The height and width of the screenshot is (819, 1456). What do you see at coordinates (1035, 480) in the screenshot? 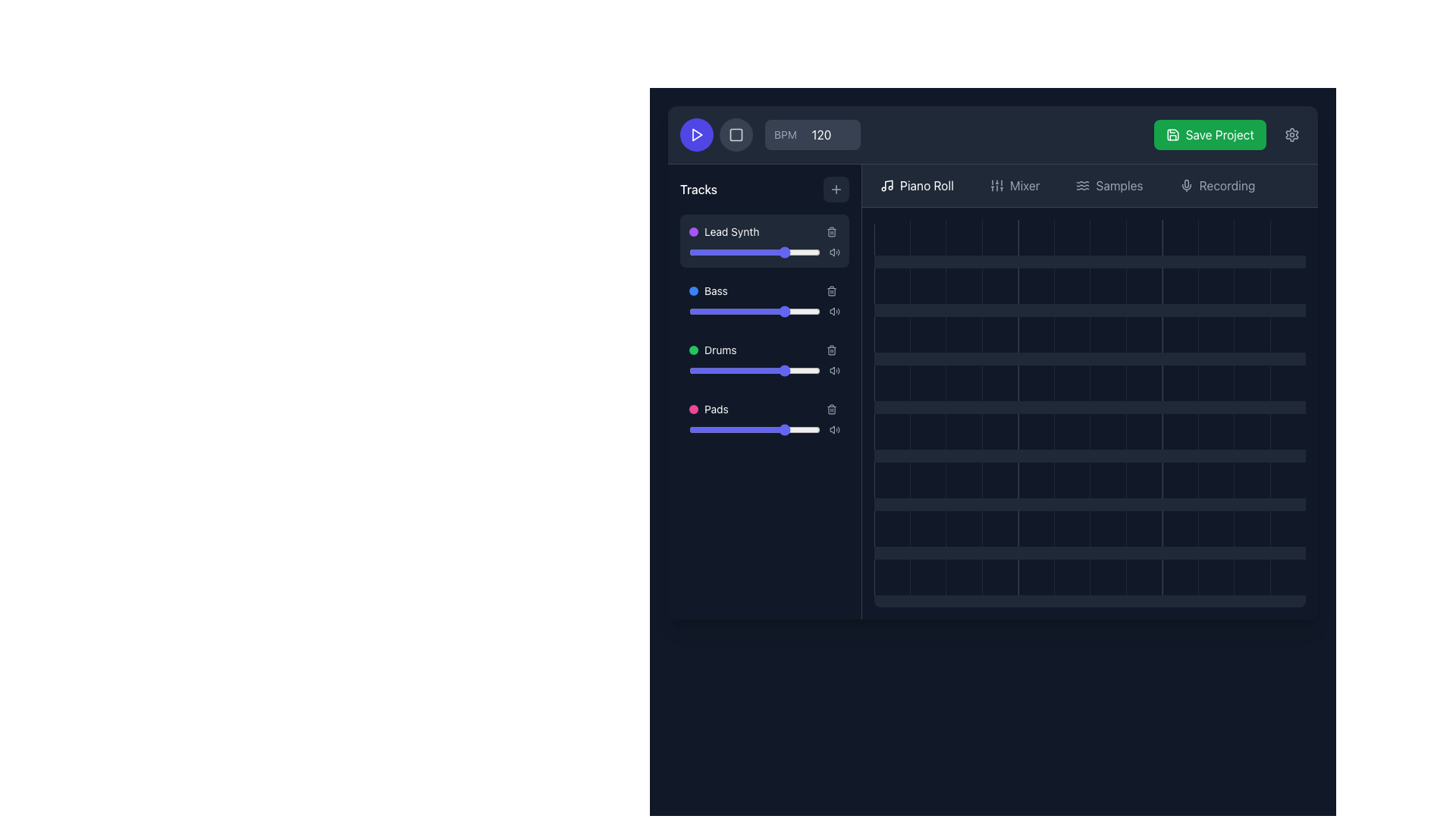
I see `the 5th square cell in the 5th row of the interactive grid within the musical track configuration interface` at bounding box center [1035, 480].